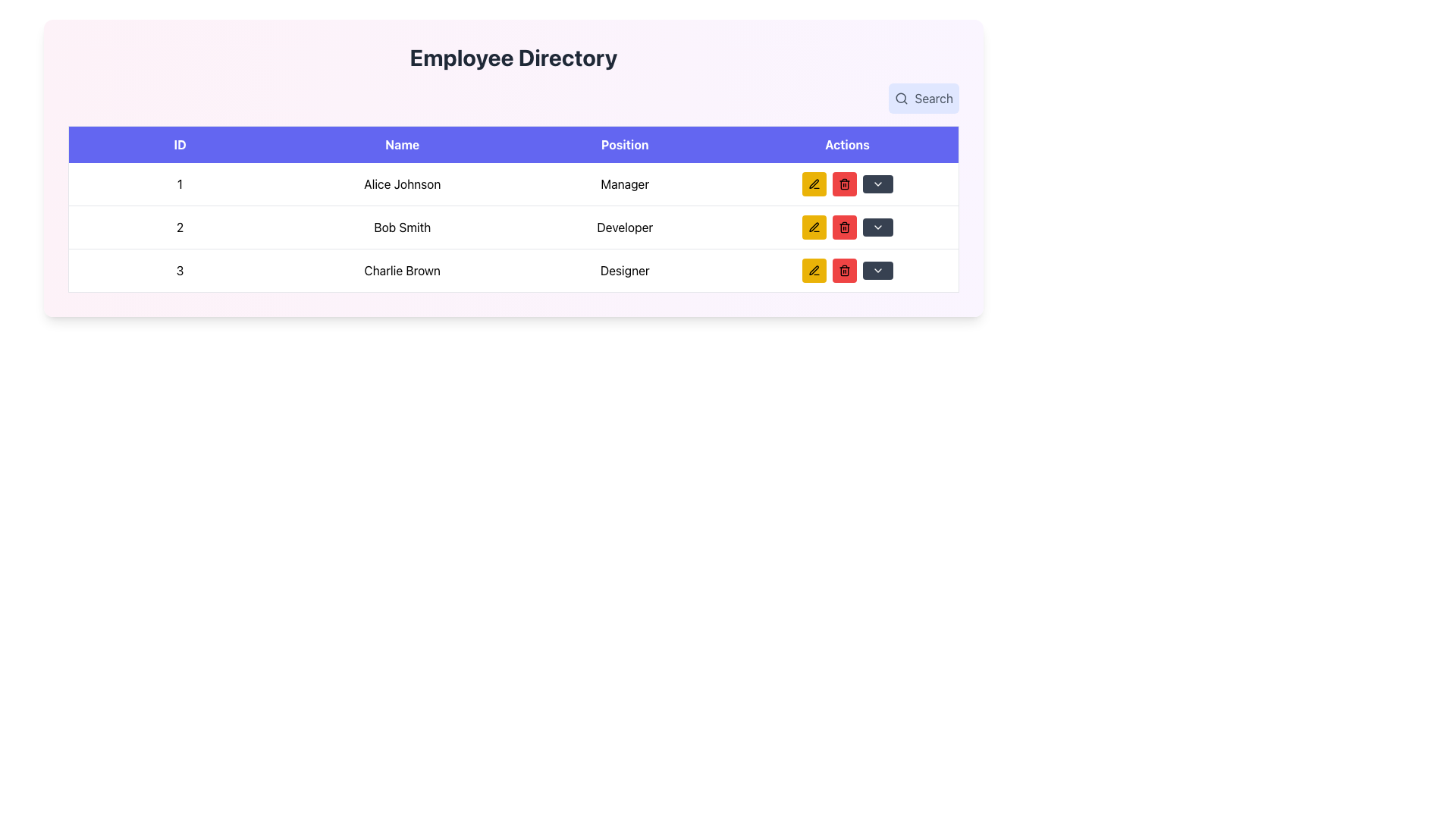  What do you see at coordinates (625, 144) in the screenshot?
I see `the 'Position' text label, which is styled with bold white text on a vibrant blue background, located within the header row of a table layout` at bounding box center [625, 144].